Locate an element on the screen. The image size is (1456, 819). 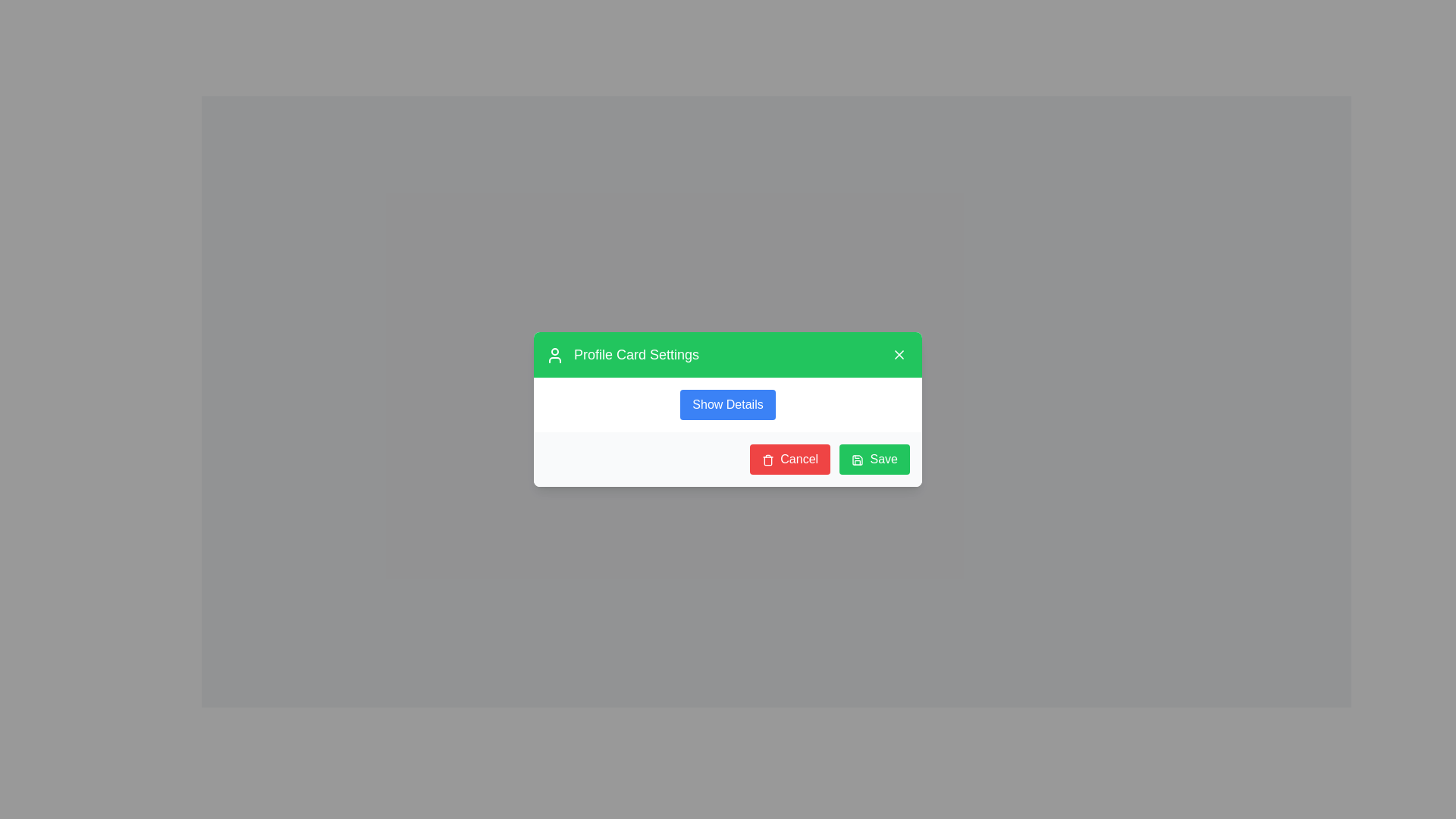
the 'Show Details' button, which is a rectangular button with a blue background and white text, located centrally in the middle section of the modal dialog is located at coordinates (728, 409).